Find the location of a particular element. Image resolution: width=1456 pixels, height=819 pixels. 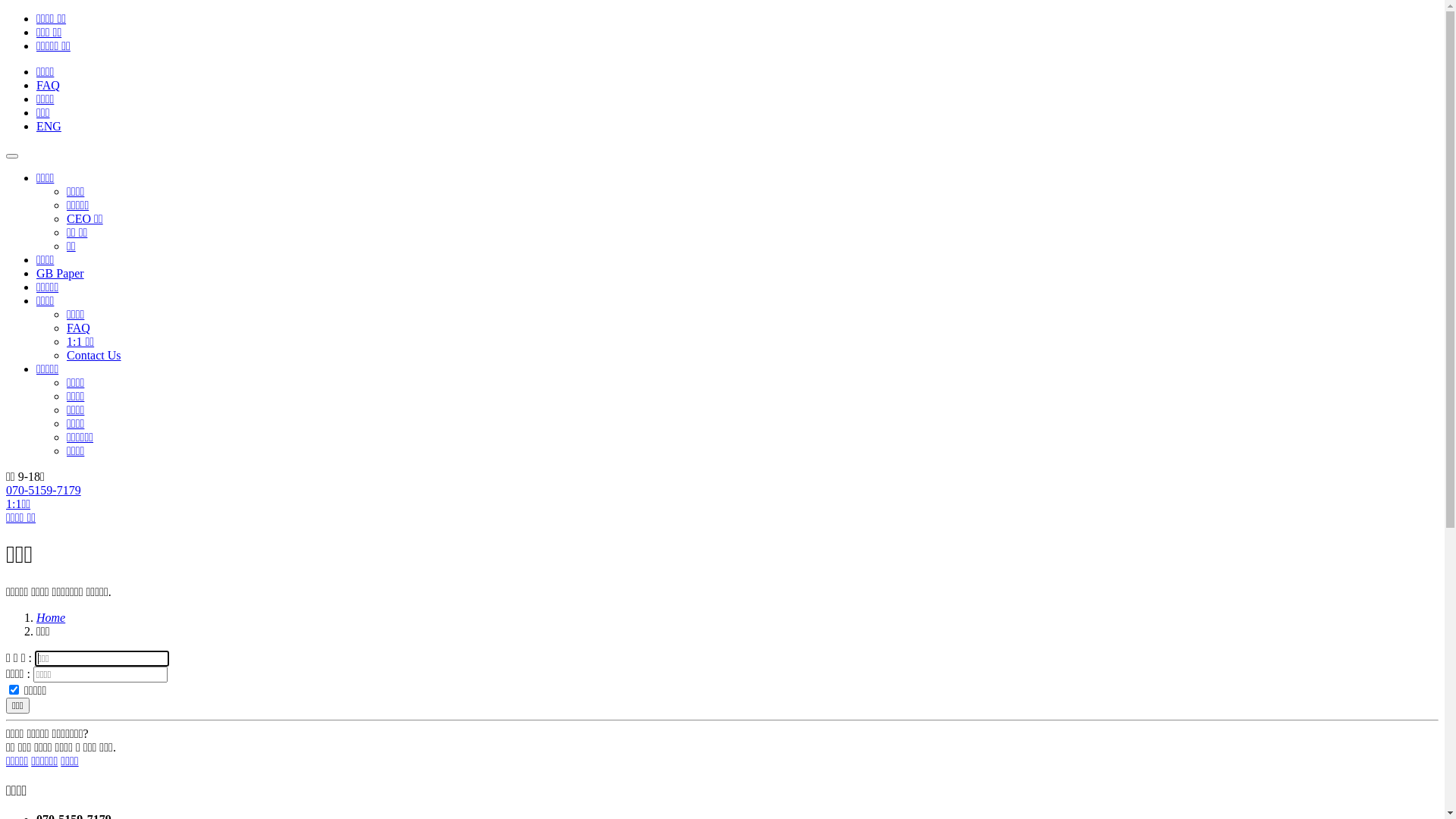

'GB Paper' is located at coordinates (36, 273).